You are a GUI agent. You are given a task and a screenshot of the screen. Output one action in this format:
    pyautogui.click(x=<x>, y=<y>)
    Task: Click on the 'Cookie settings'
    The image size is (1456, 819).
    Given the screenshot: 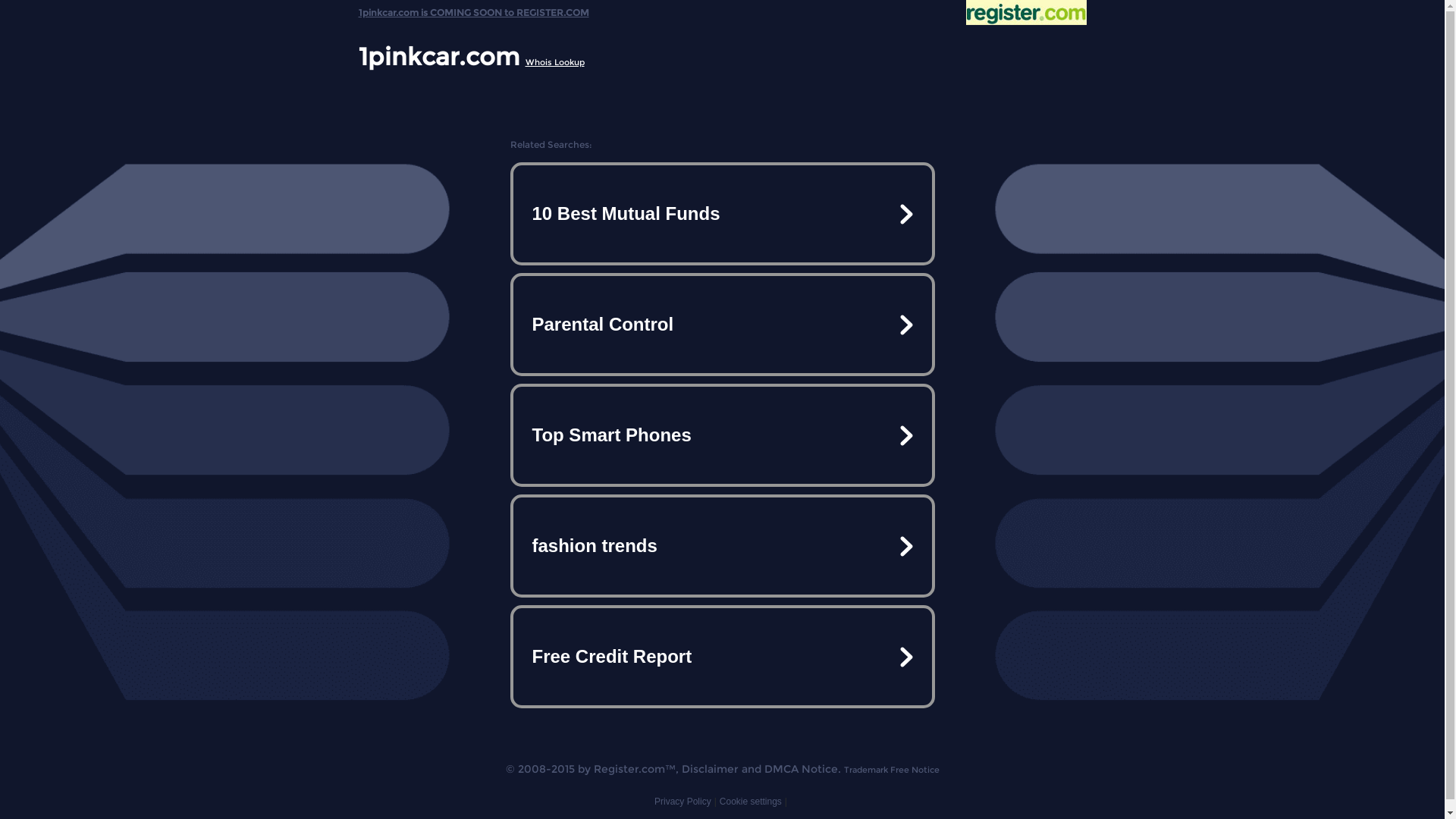 What is the action you would take?
    pyautogui.click(x=750, y=800)
    